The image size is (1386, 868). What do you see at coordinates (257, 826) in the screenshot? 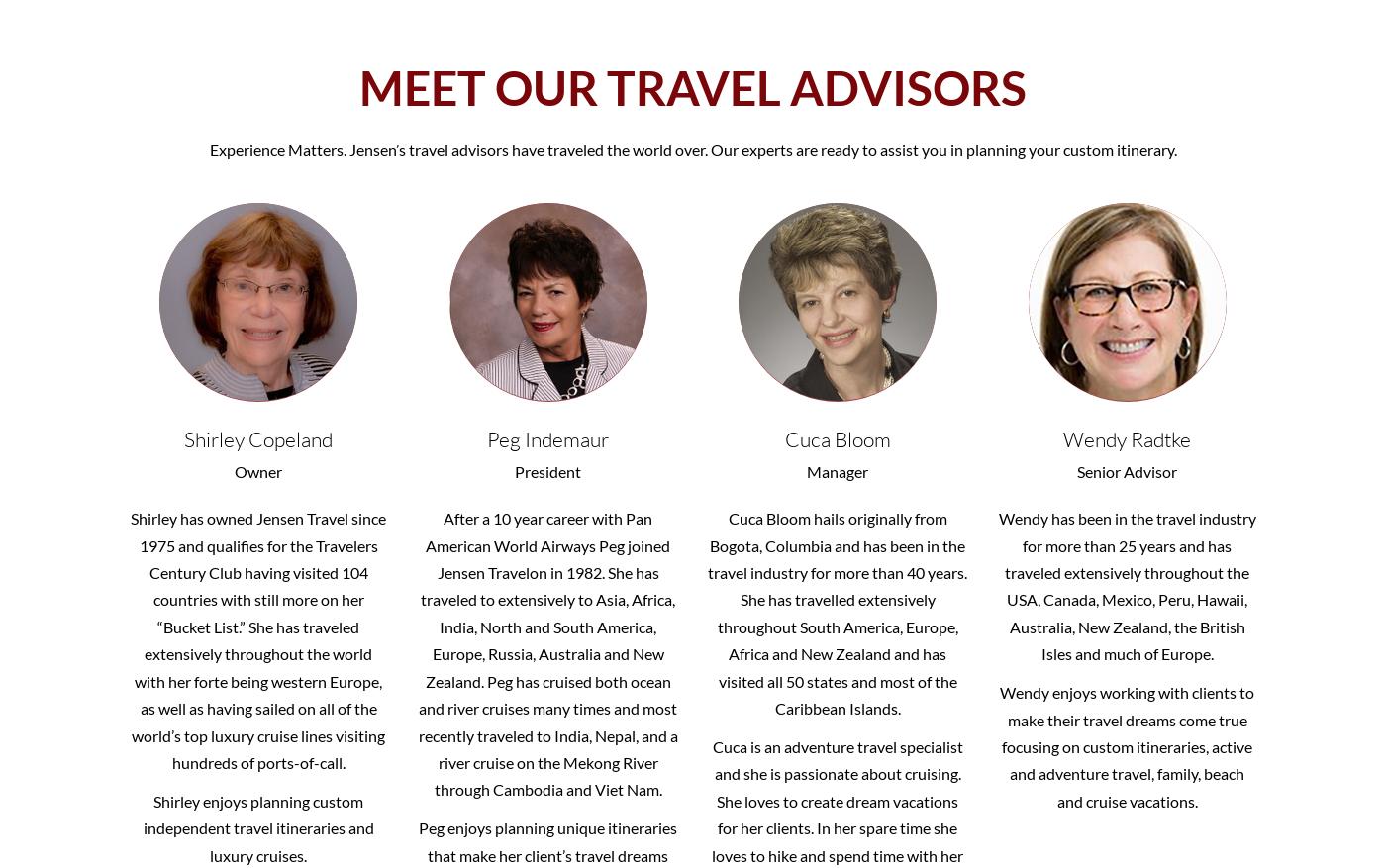
I see `'Shirley enjoys planning custom independent travel itineraries and luxury cruises.'` at bounding box center [257, 826].